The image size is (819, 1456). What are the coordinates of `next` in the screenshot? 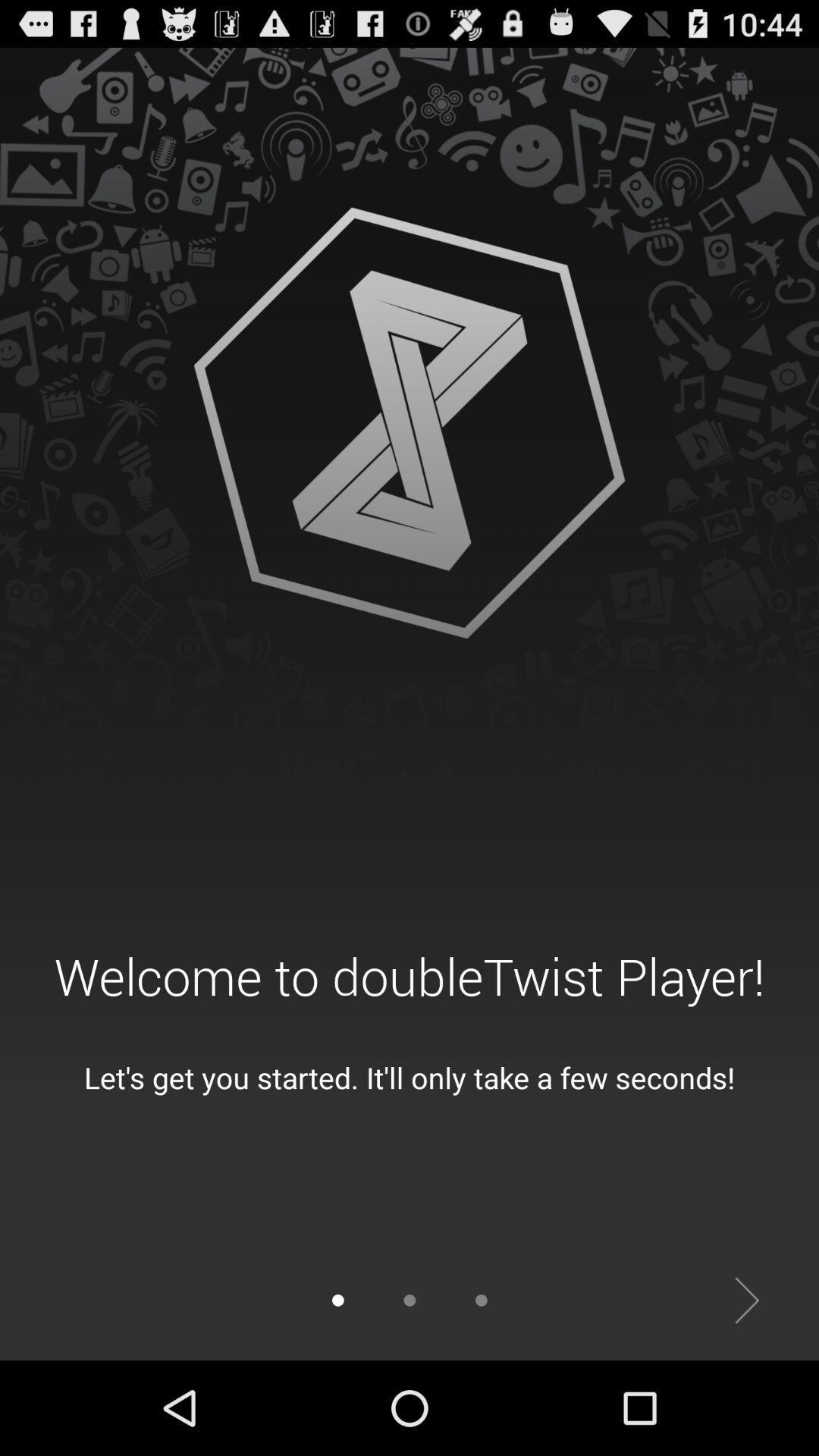 It's located at (746, 1300).